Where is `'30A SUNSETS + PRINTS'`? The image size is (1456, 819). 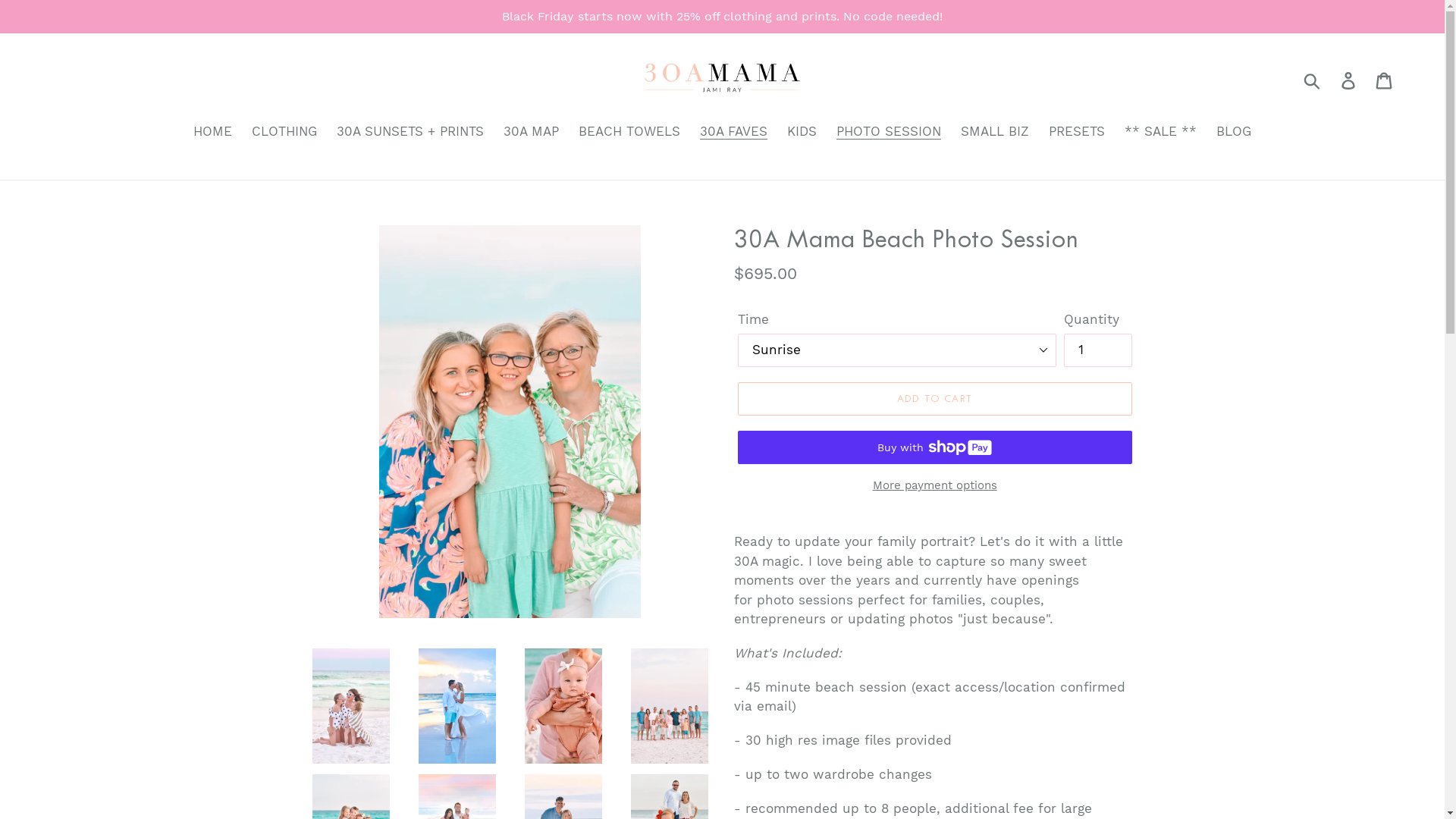
'30A SUNSETS + PRINTS' is located at coordinates (410, 132).